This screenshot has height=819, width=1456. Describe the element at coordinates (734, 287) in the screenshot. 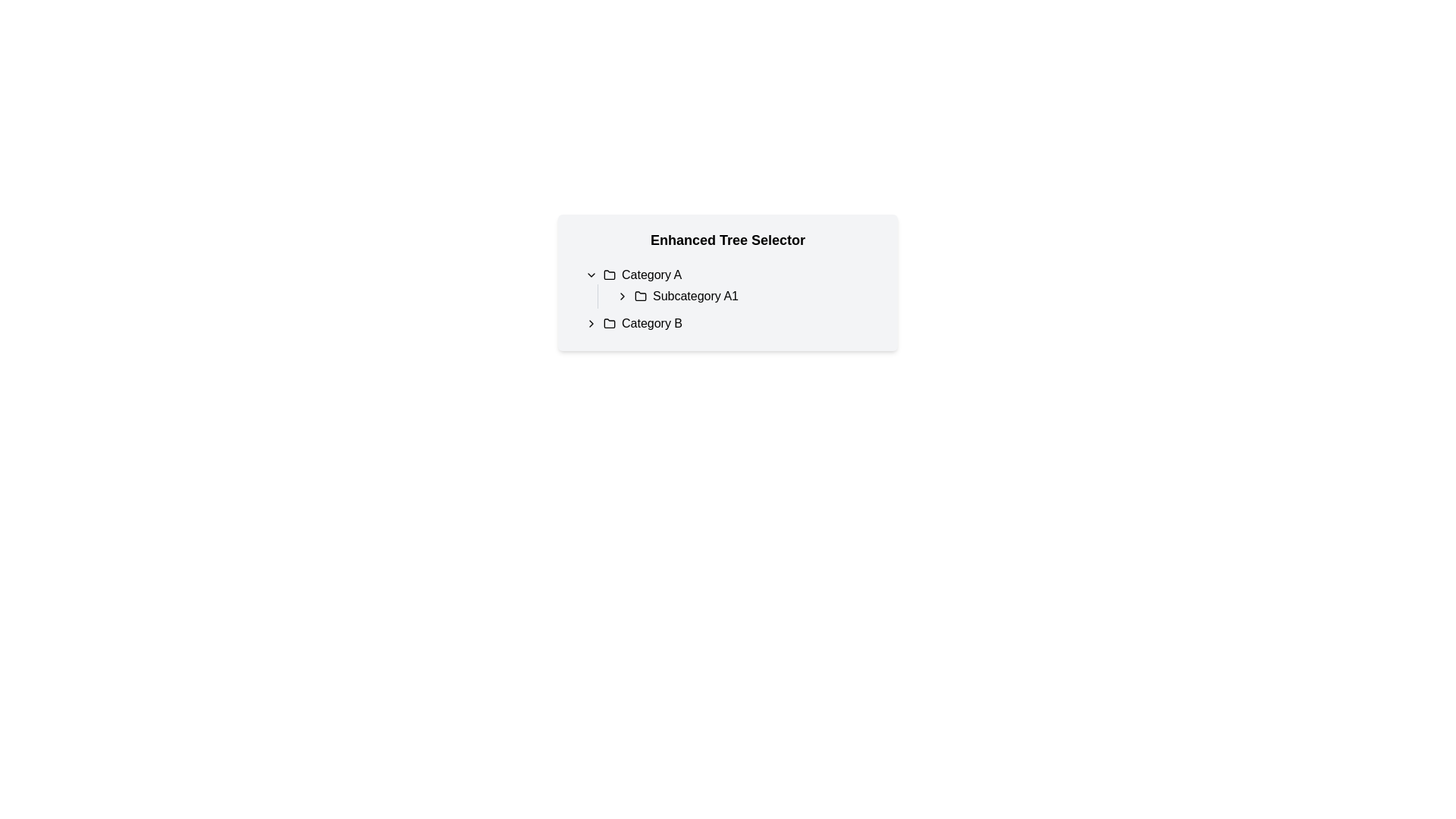

I see `the 'Subcategory A1' text label in the tree navigator` at that location.